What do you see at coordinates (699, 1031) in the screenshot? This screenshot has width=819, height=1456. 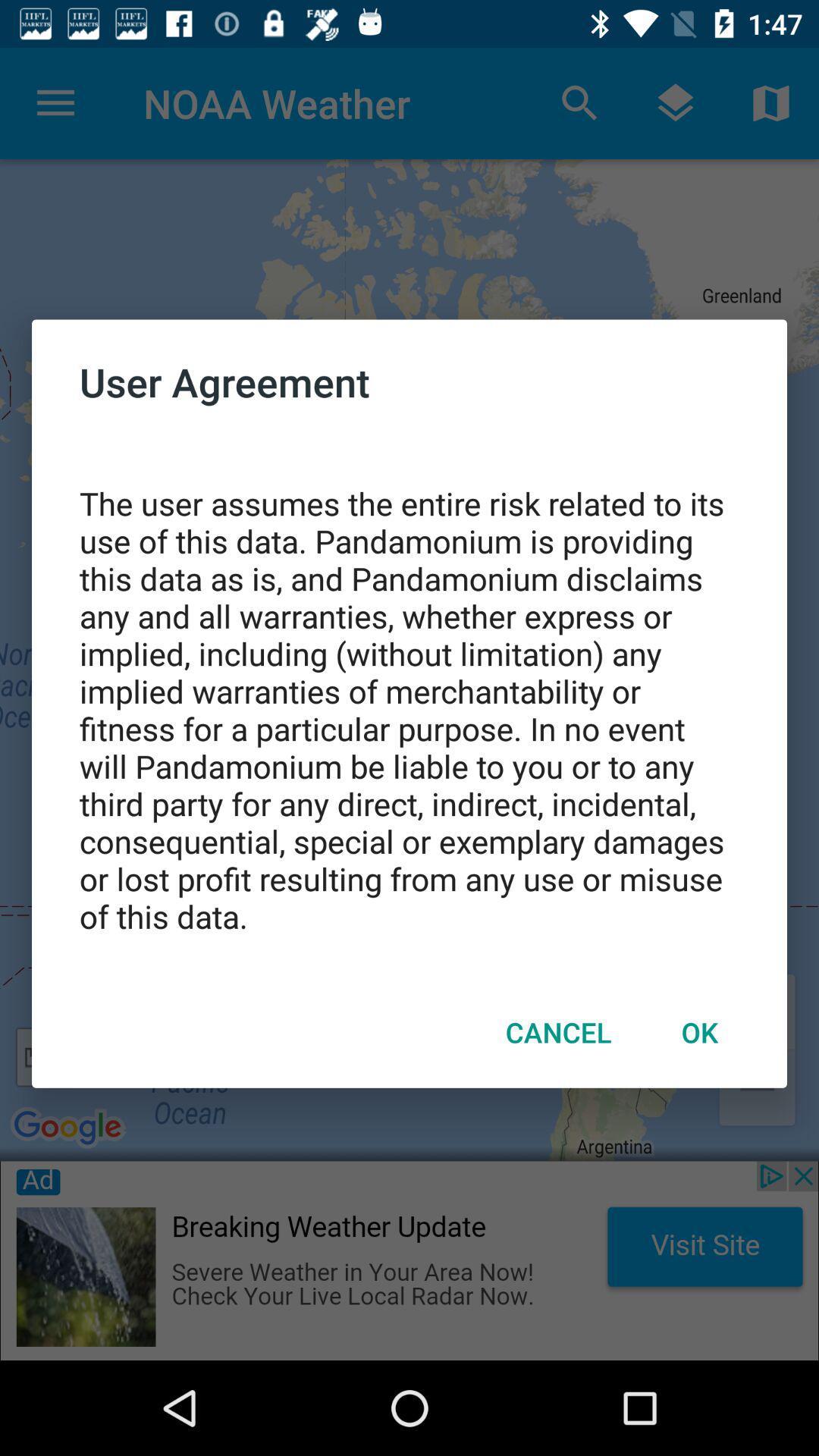 I see `the icon to the right of cancel` at bounding box center [699, 1031].